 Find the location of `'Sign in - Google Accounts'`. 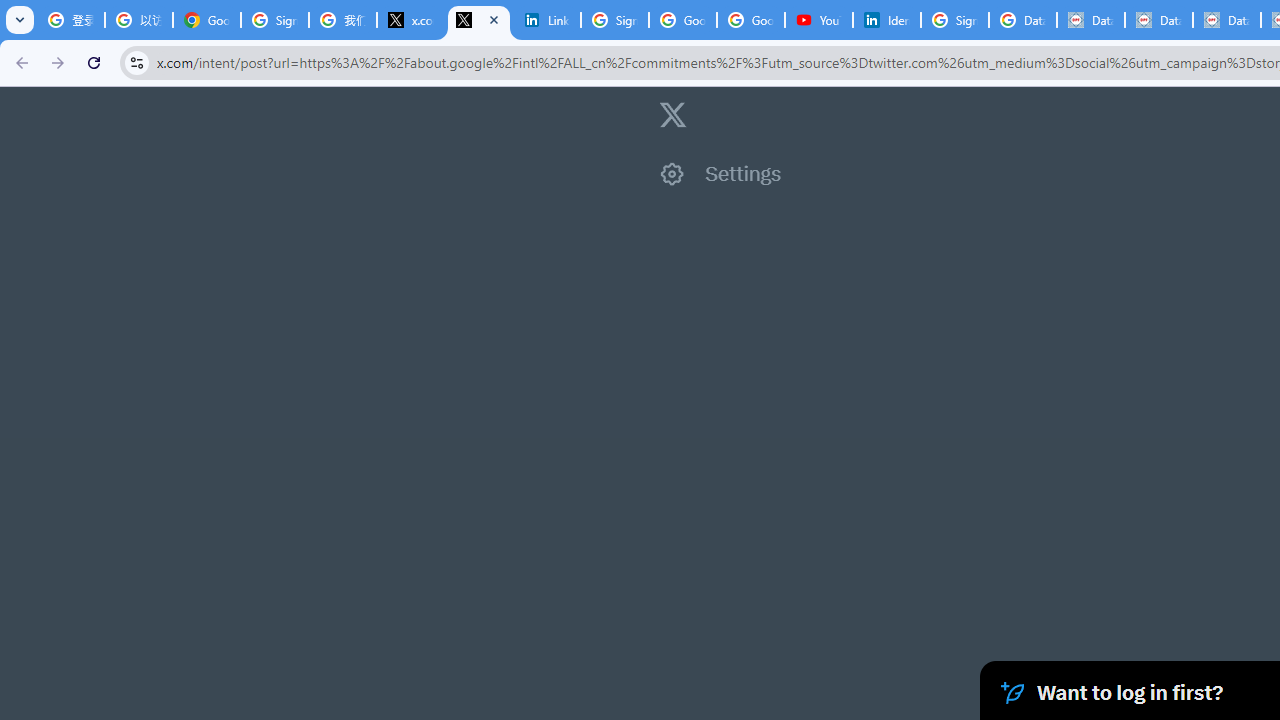

'Sign in - Google Accounts' is located at coordinates (614, 20).